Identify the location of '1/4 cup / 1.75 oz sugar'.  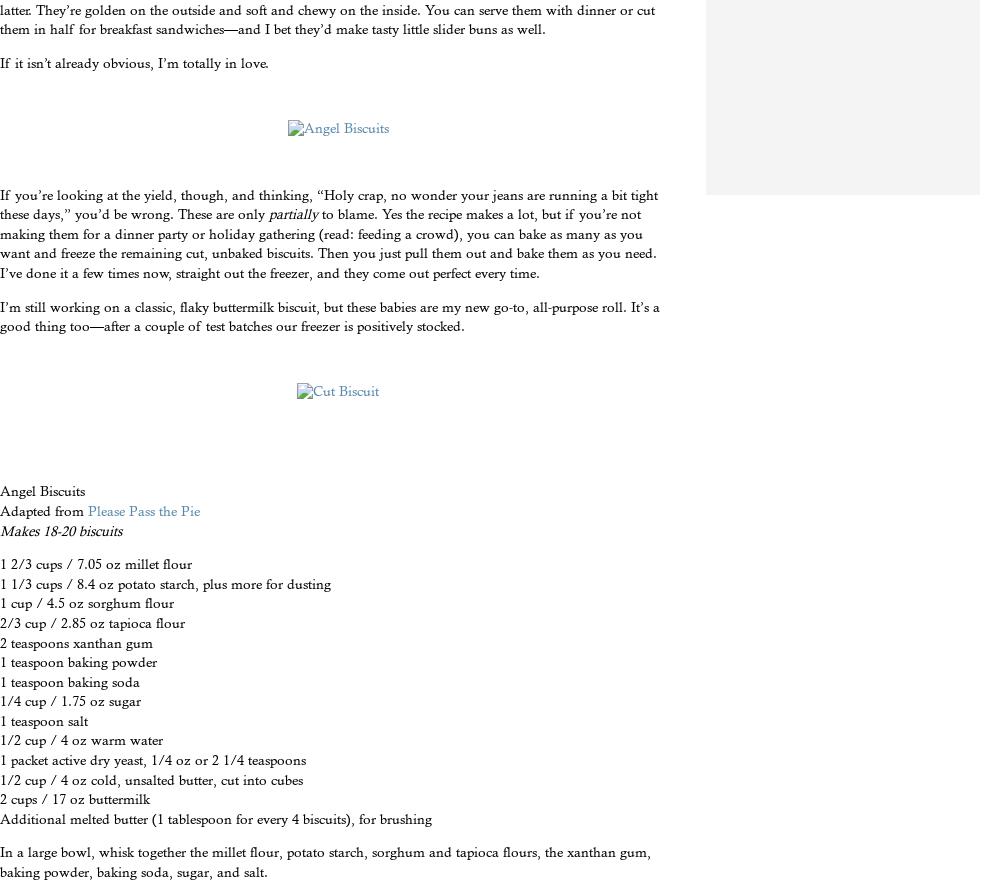
(0, 699).